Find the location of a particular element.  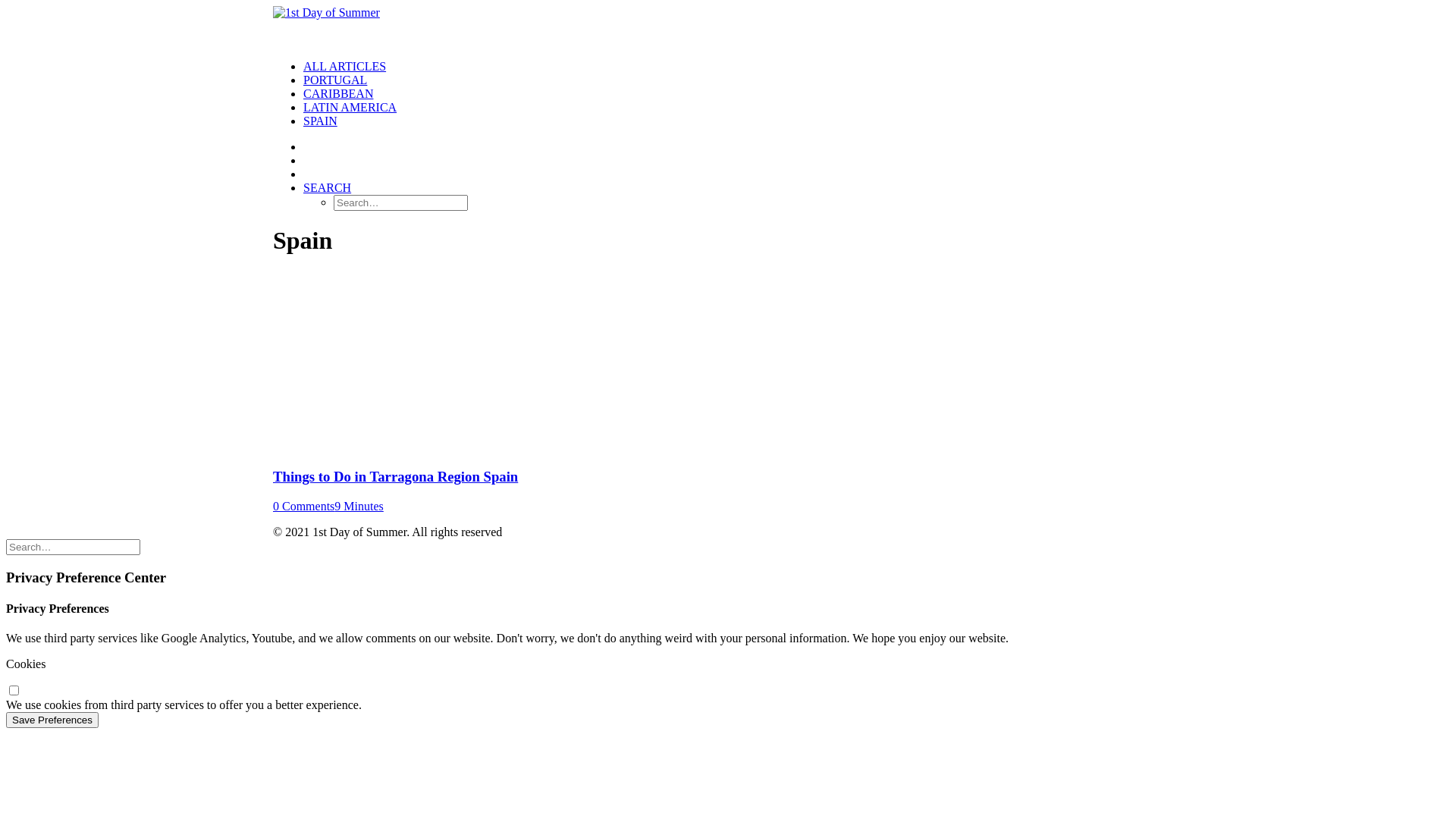

'LATIN AMERICA' is located at coordinates (303, 106).